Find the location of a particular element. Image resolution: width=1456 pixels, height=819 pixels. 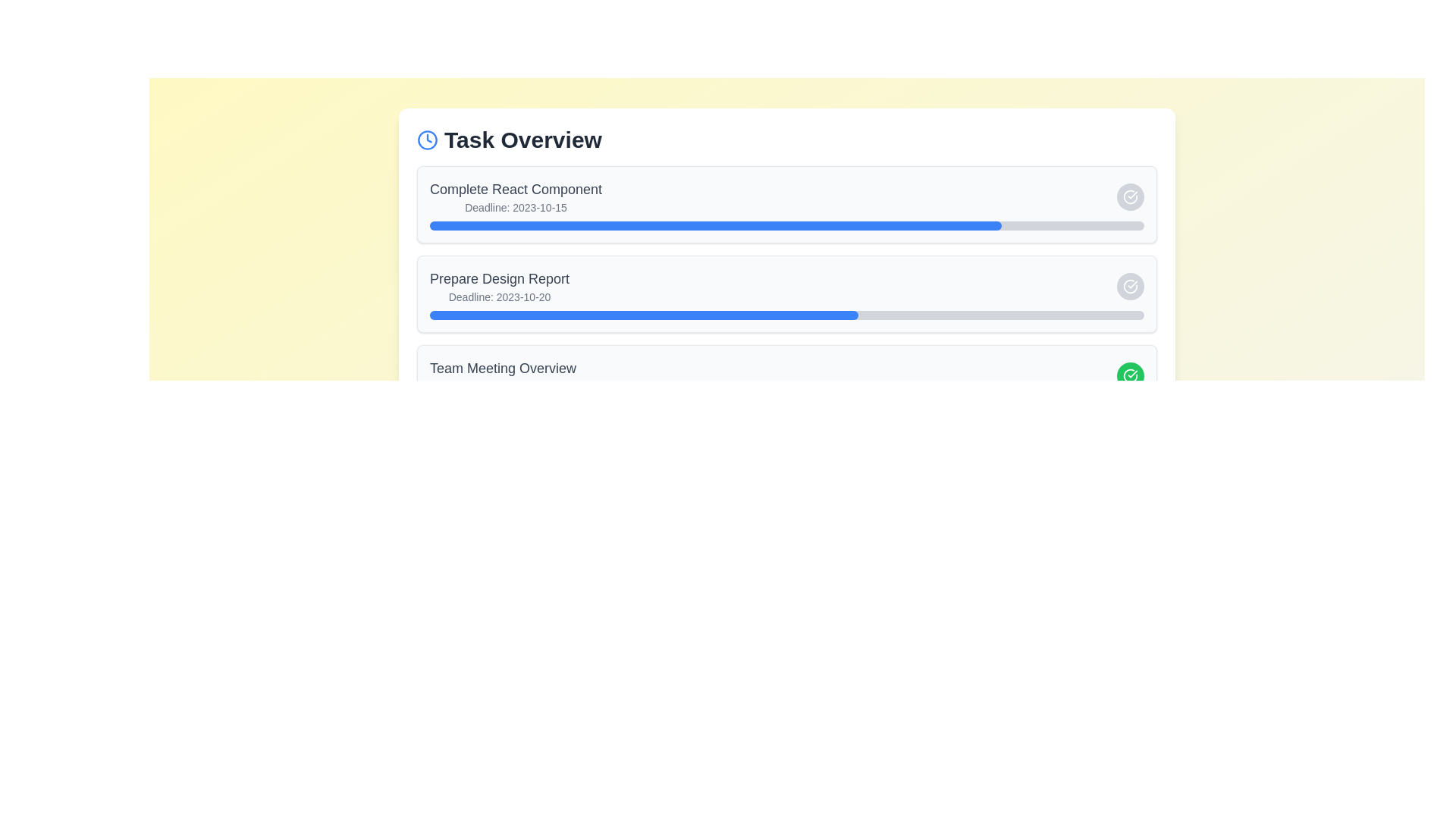

the green button of the third task item in the vertically stacked list to mark it as complete is located at coordinates (786, 375).